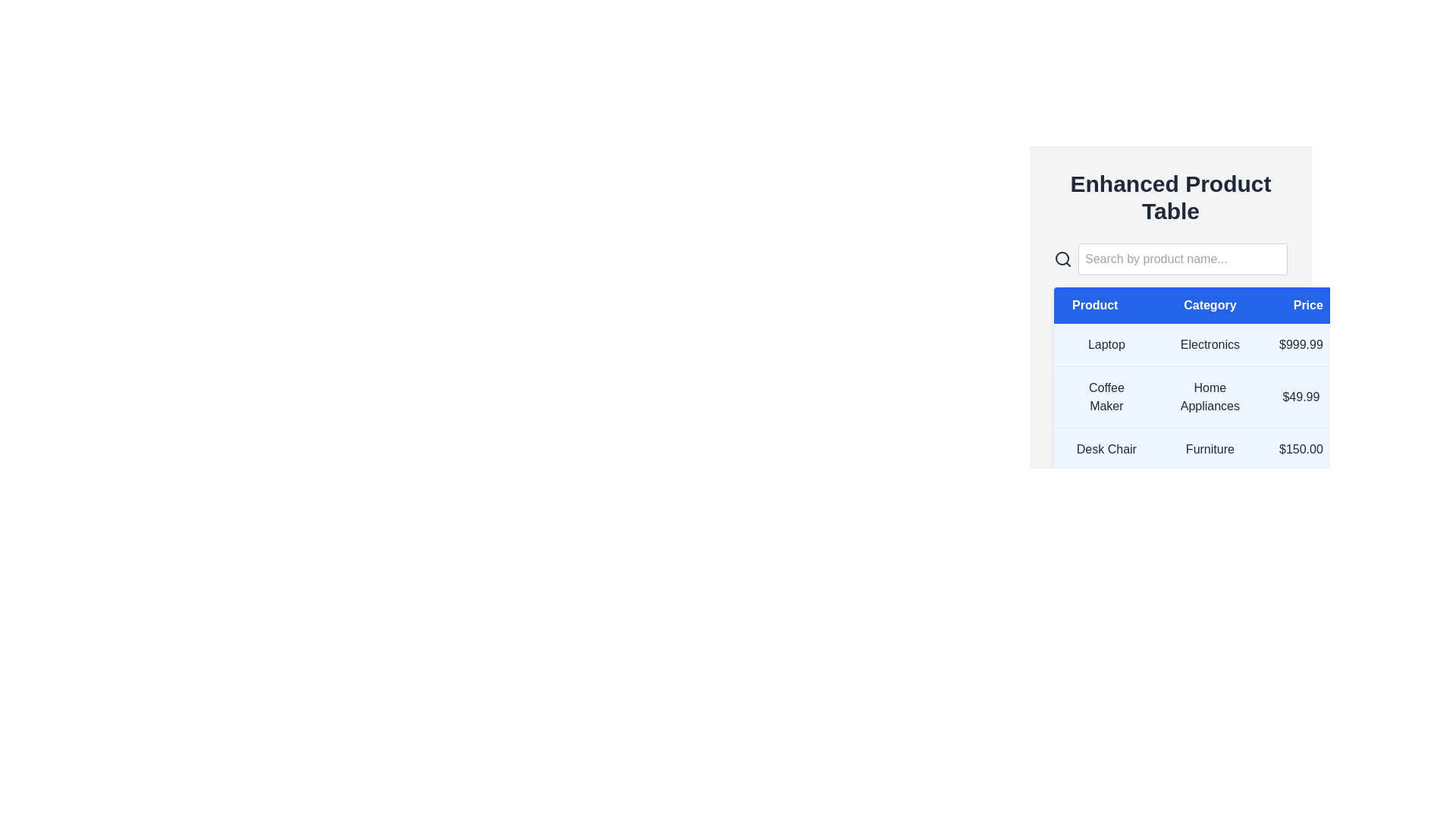 This screenshot has height=819, width=1456. Describe the element at coordinates (1197, 305) in the screenshot. I see `the Table Header Row which contains the labels 'Product,' 'Category,' and 'Price' with a blue background and white text` at that location.